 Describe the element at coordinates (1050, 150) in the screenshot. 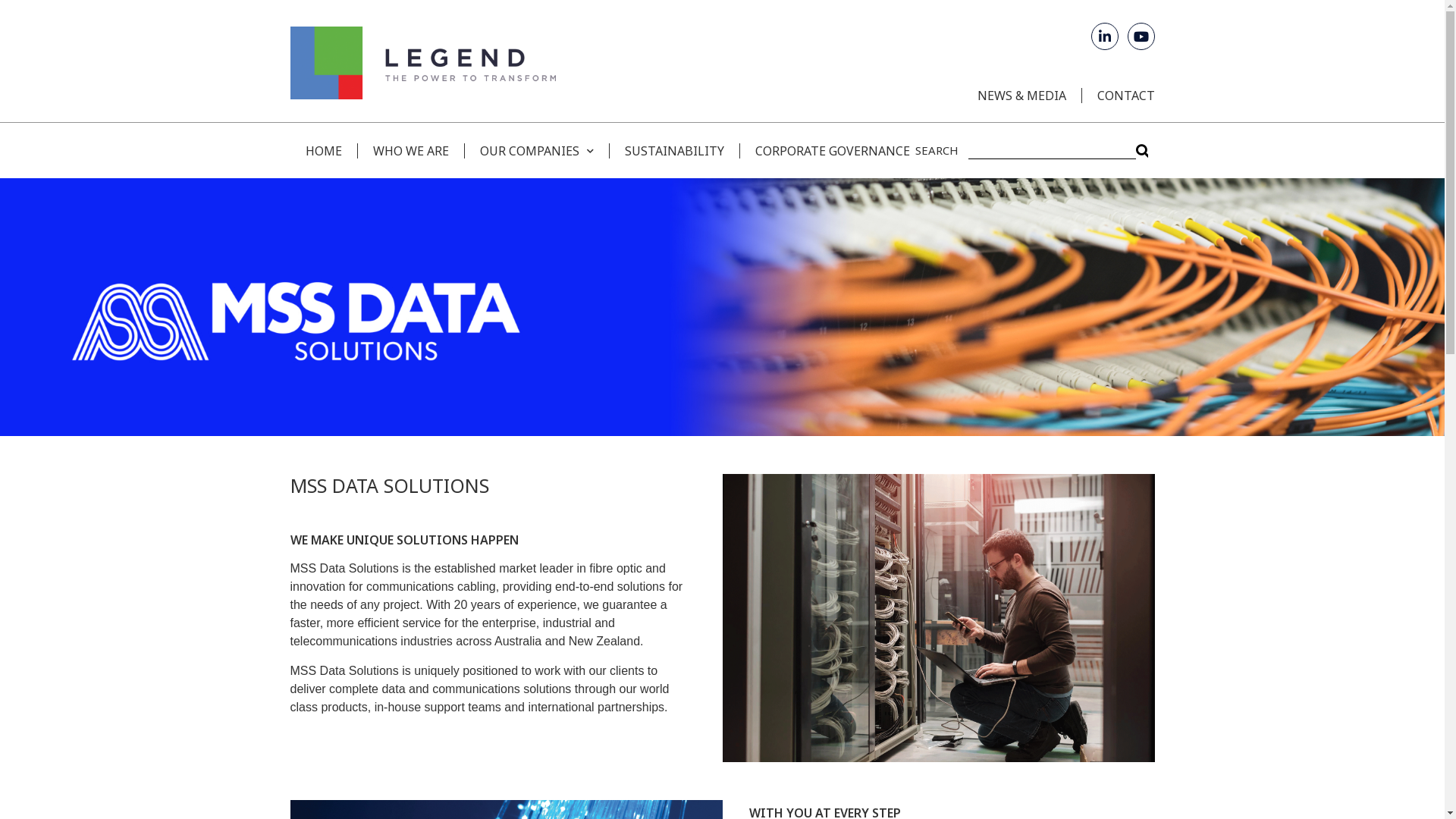

I see `'Search'` at that location.